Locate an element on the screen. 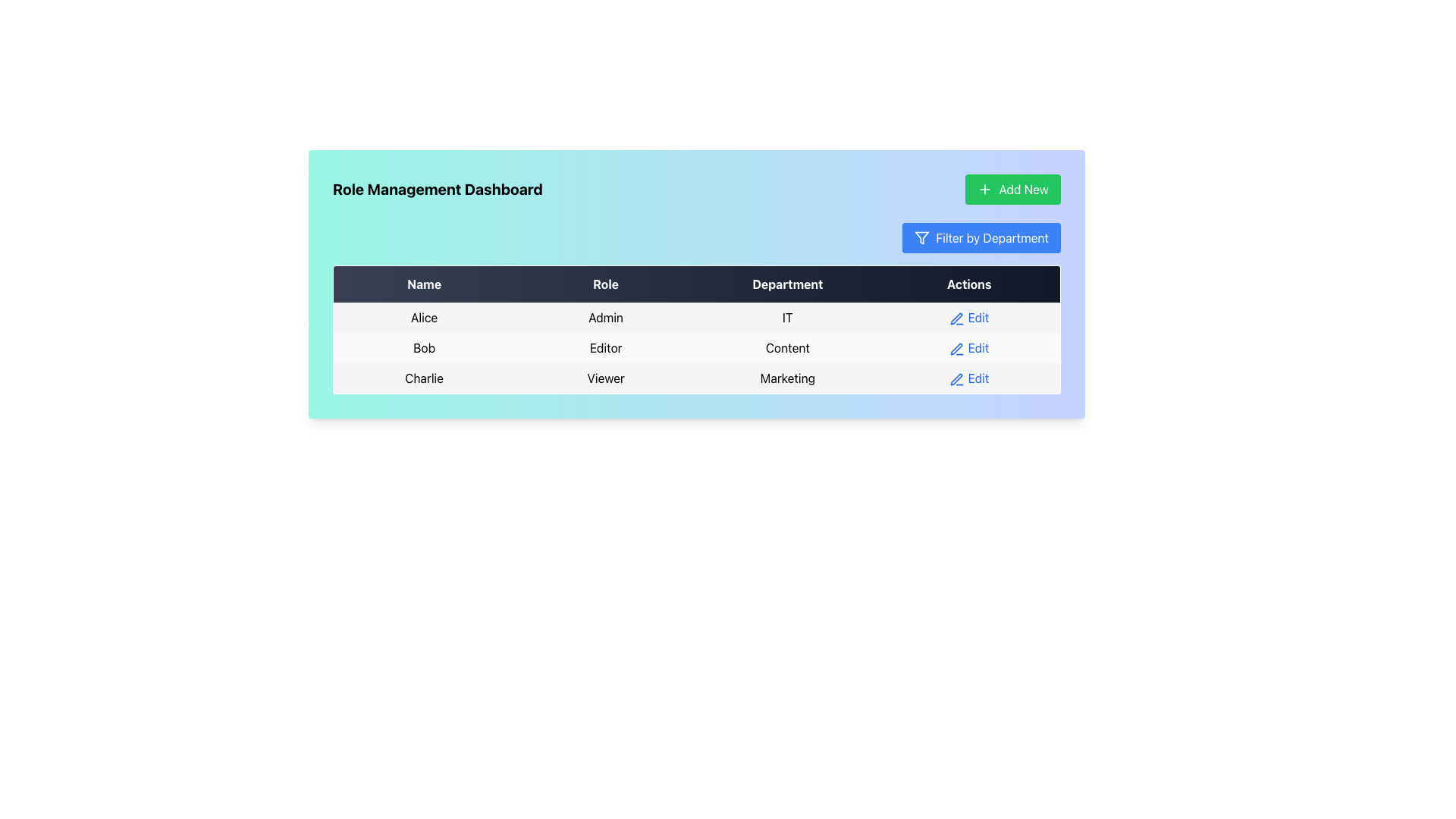  the 'Edit' hyperlink with an icon located in the rightmost column of the first row of the table, which is aligned with the 'Admin' role in the 'IT' department is located at coordinates (968, 317).